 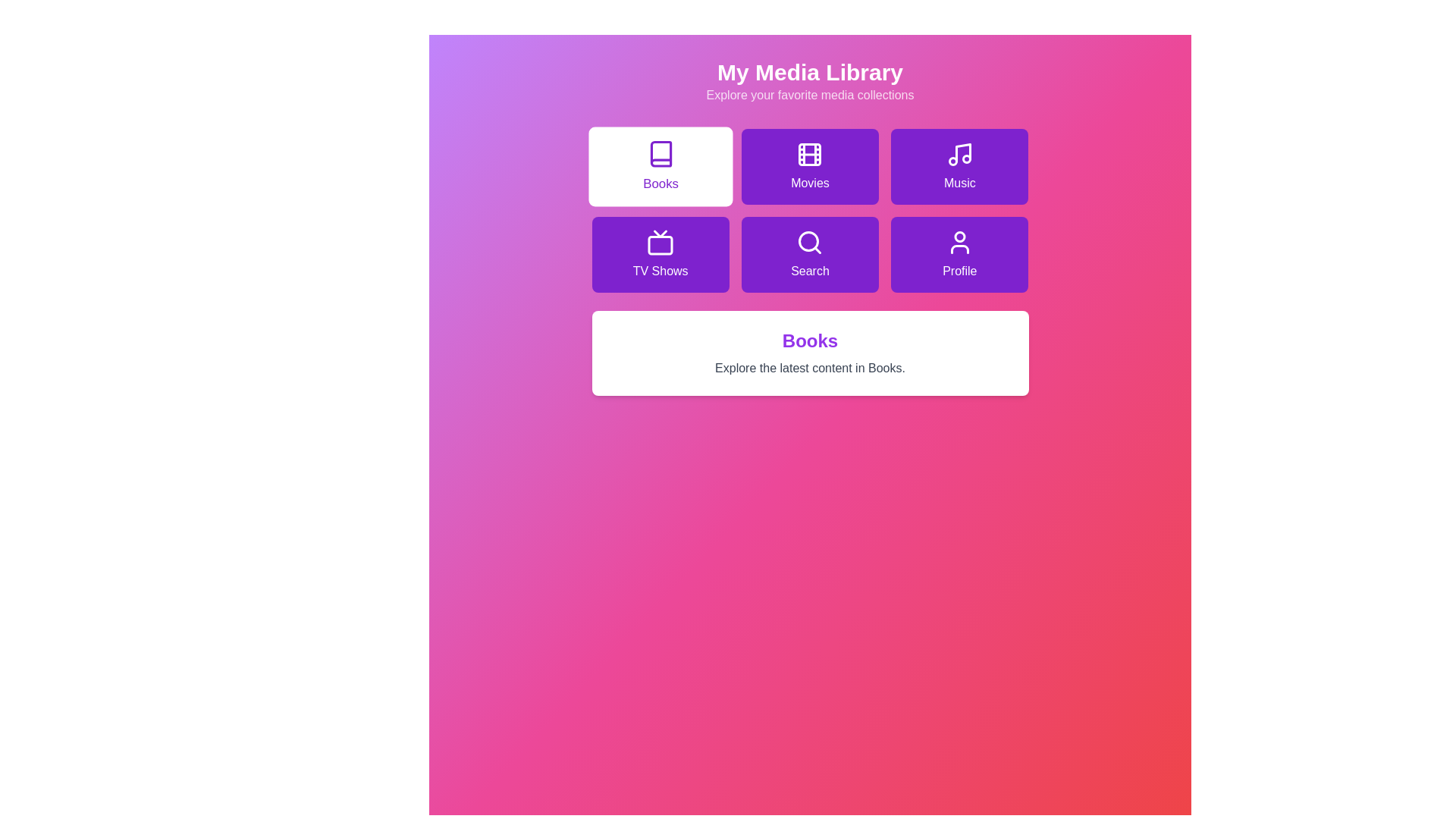 I want to click on the 'Books' category vector icon located in the upper left section of the categories grid, which visually represents the 'Books' category in the media library, so click(x=661, y=154).